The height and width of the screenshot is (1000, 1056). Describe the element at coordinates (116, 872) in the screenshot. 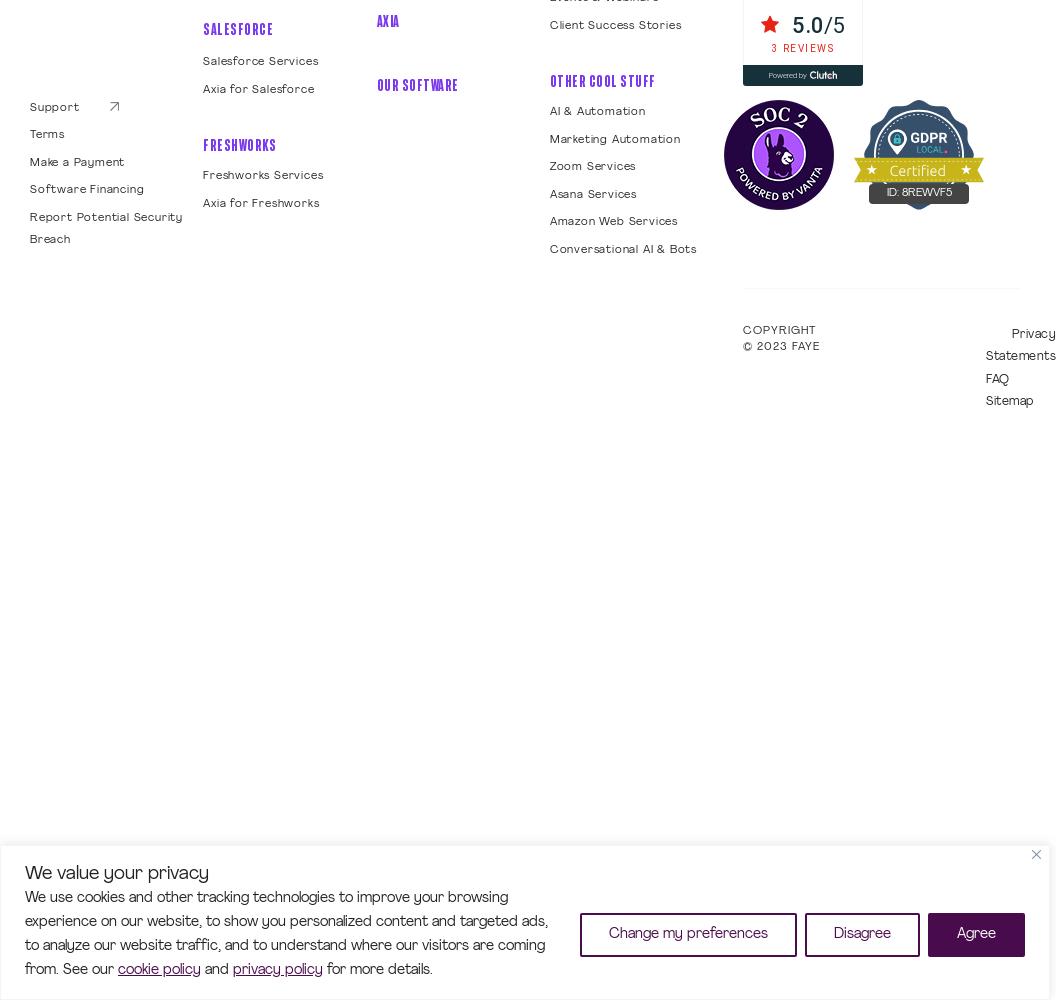

I see `'We value your privacy'` at that location.